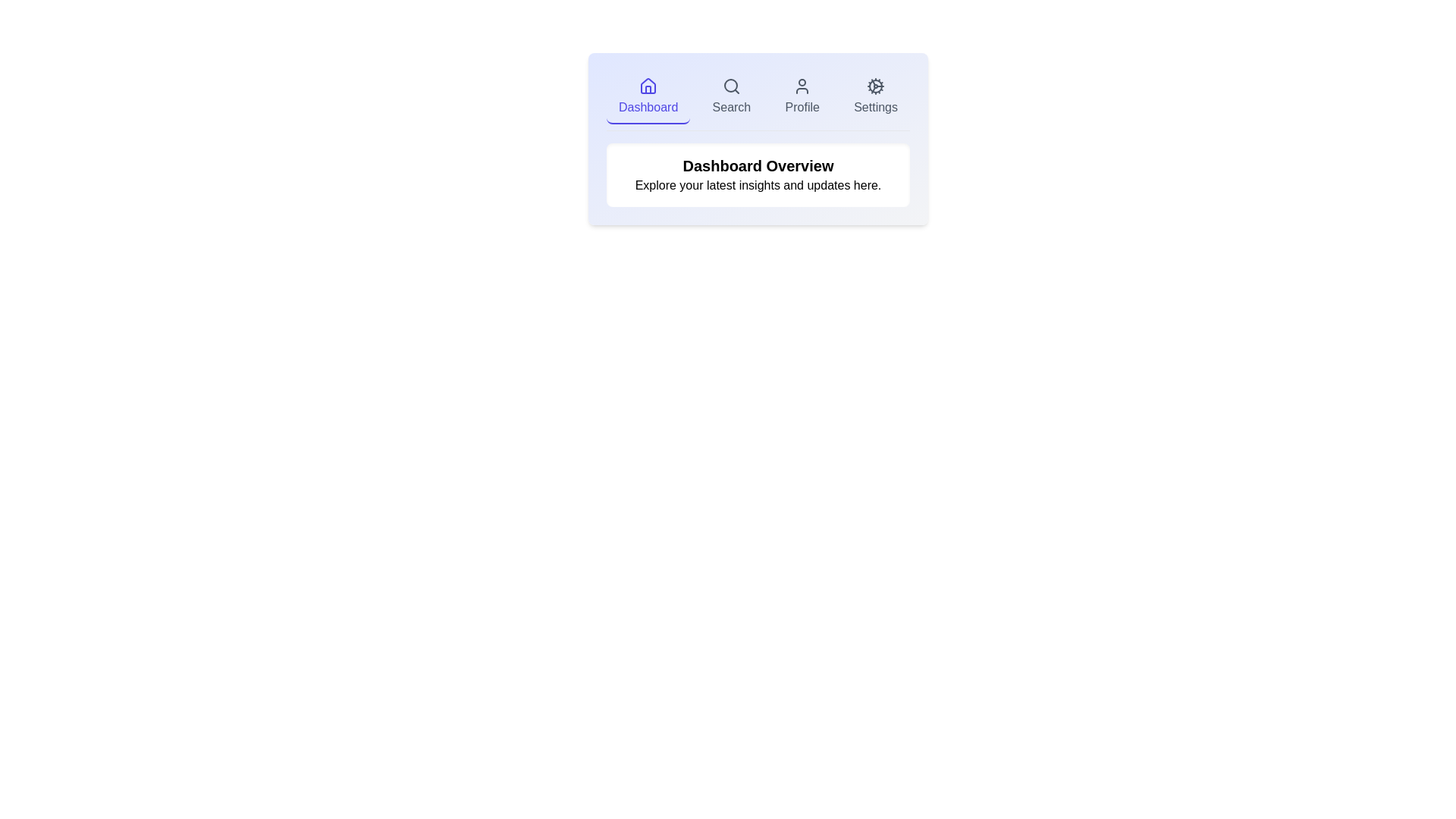 This screenshot has width=1456, height=819. I want to click on the contextual Text Label that provides information related to the 'Dashboard Overview' section, located below the 'Dashboard Overview' title, so click(758, 185).